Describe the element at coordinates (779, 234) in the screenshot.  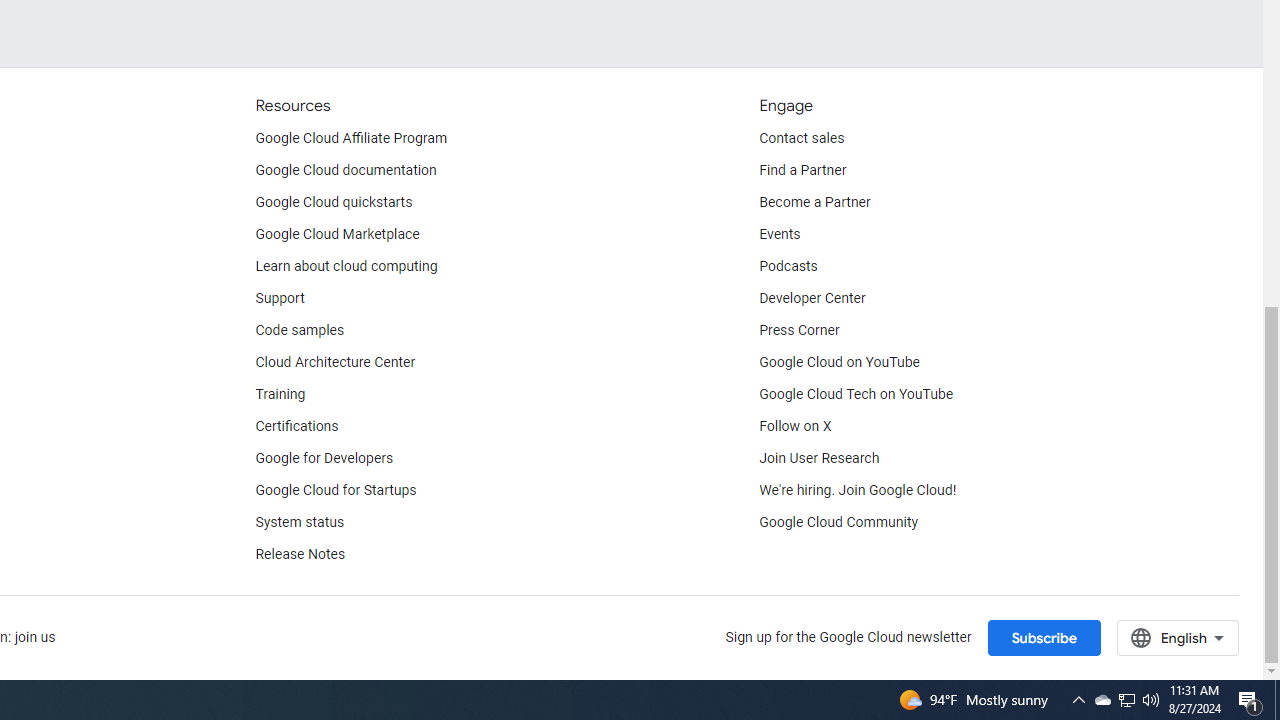
I see `'Events'` at that location.